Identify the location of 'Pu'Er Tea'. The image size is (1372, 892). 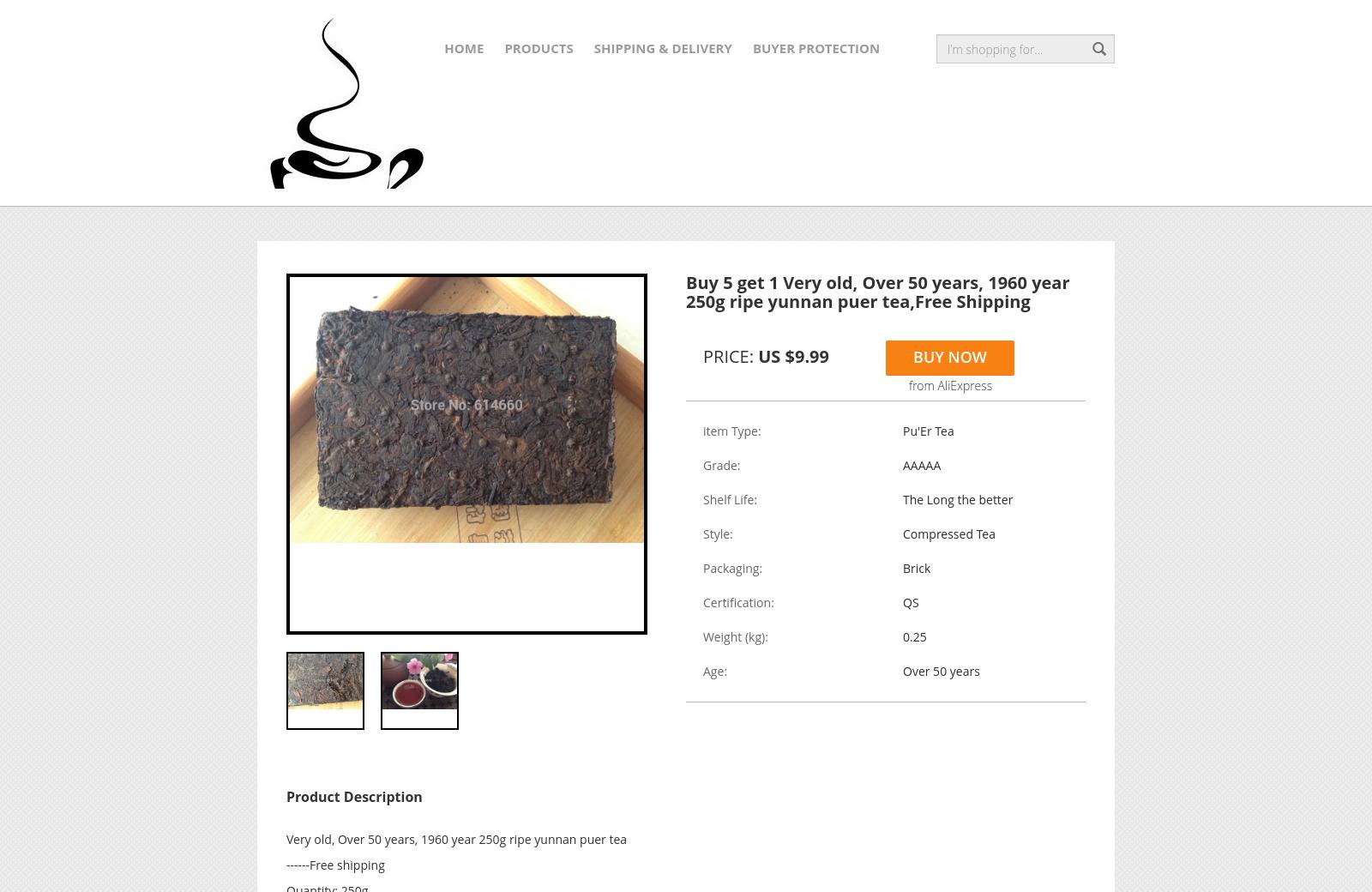
(928, 430).